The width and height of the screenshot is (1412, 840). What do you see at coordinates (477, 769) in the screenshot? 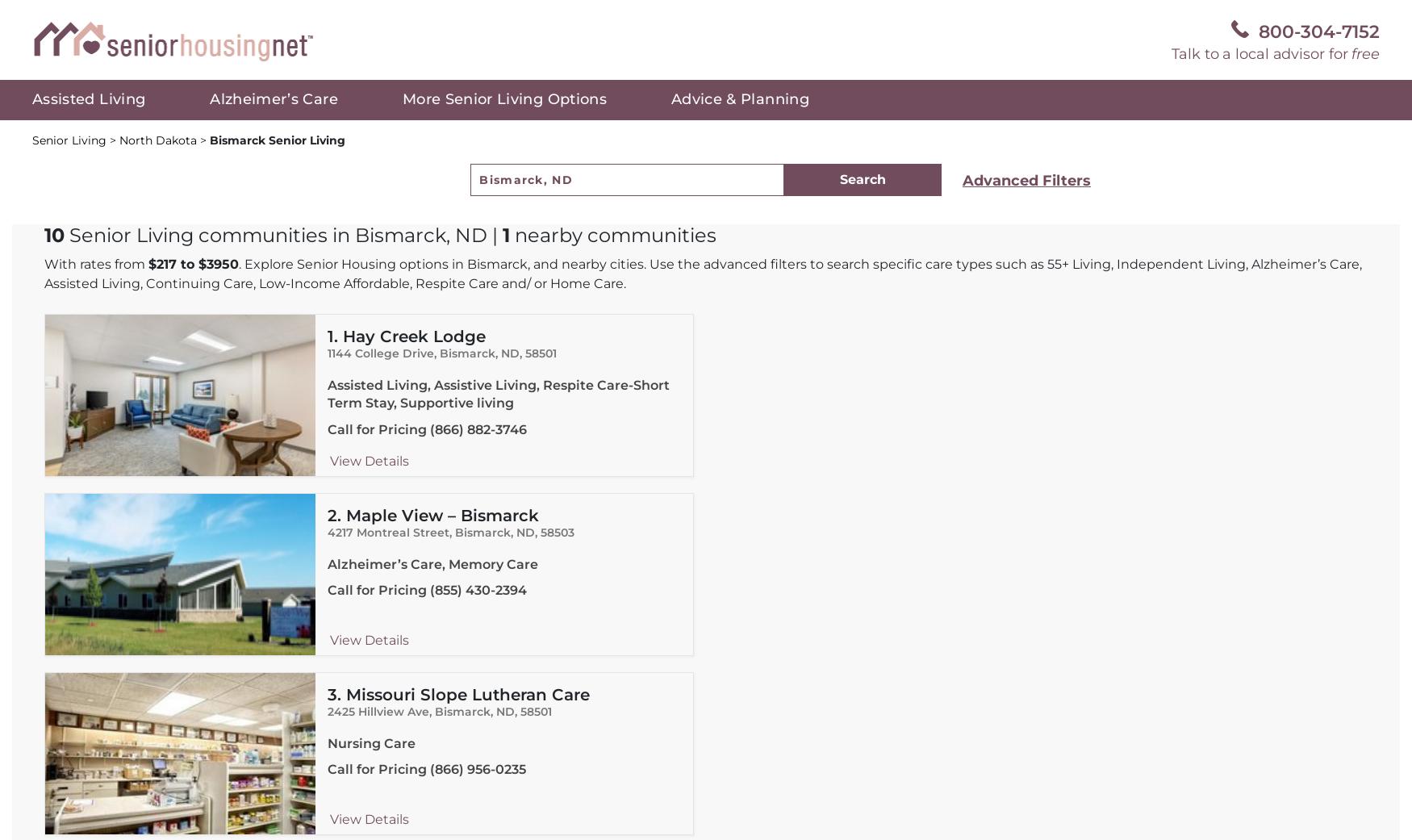
I see `'(866) 956-0235'` at bounding box center [477, 769].